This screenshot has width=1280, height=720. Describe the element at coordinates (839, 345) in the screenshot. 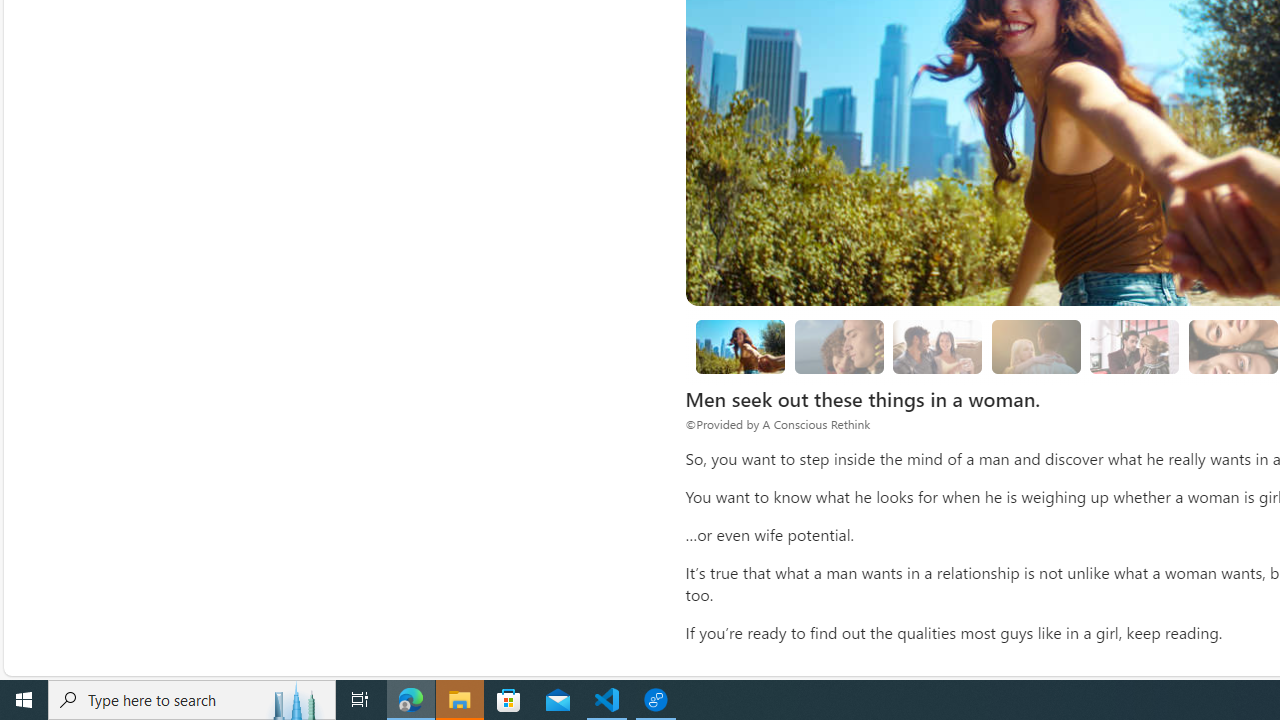

I see `'1. She is compassionate.'` at that location.